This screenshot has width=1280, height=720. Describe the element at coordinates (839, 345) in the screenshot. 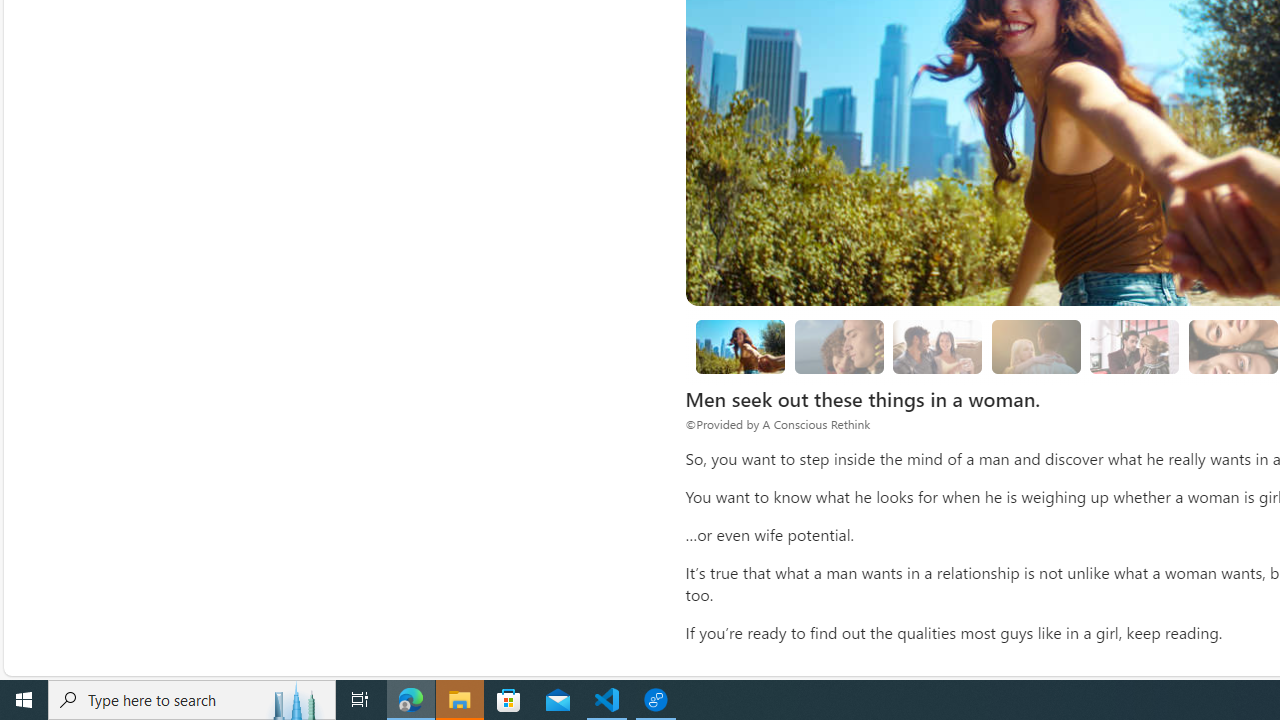

I see `'1. She is compassionate.'` at that location.